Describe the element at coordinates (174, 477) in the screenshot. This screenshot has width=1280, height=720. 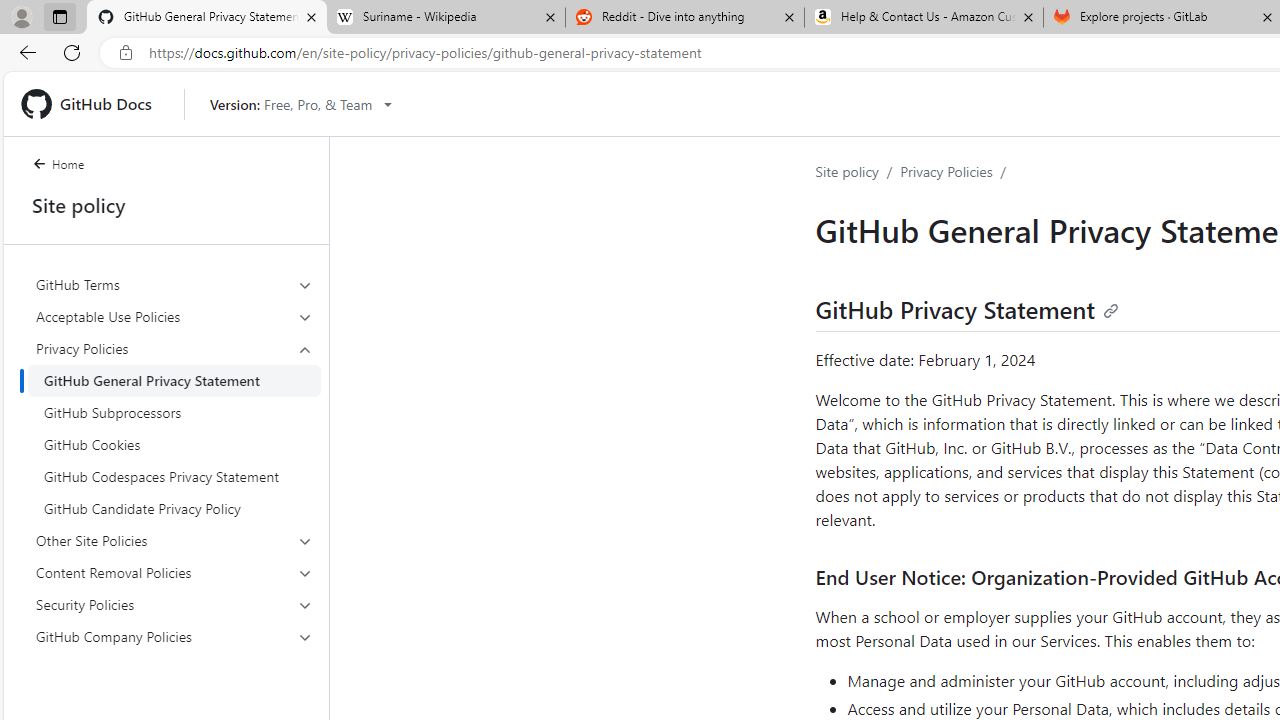
I see `'GitHub Codespaces Privacy Statement'` at that location.